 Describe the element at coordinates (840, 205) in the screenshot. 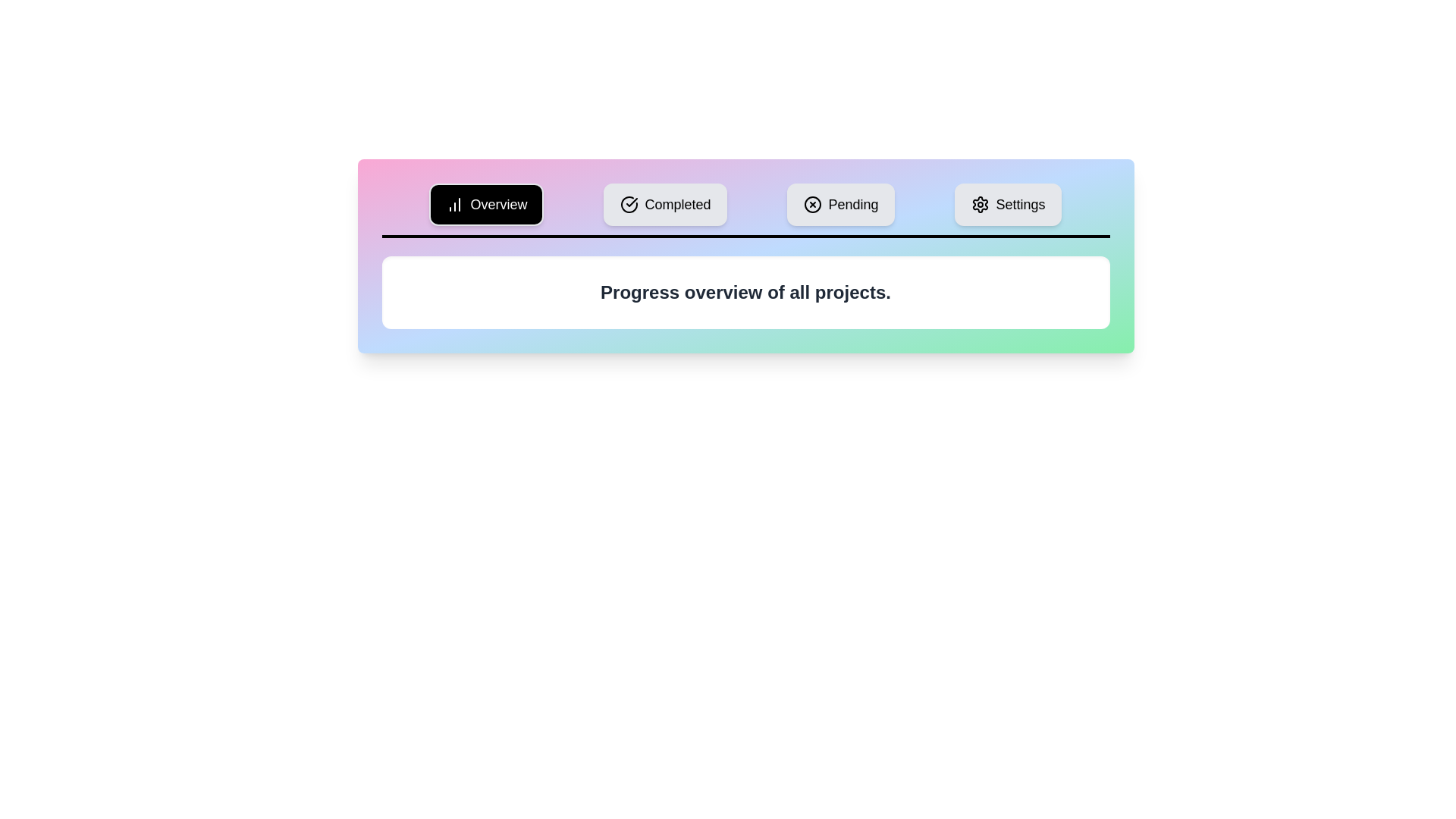

I see `the Pending tab to view its content` at that location.